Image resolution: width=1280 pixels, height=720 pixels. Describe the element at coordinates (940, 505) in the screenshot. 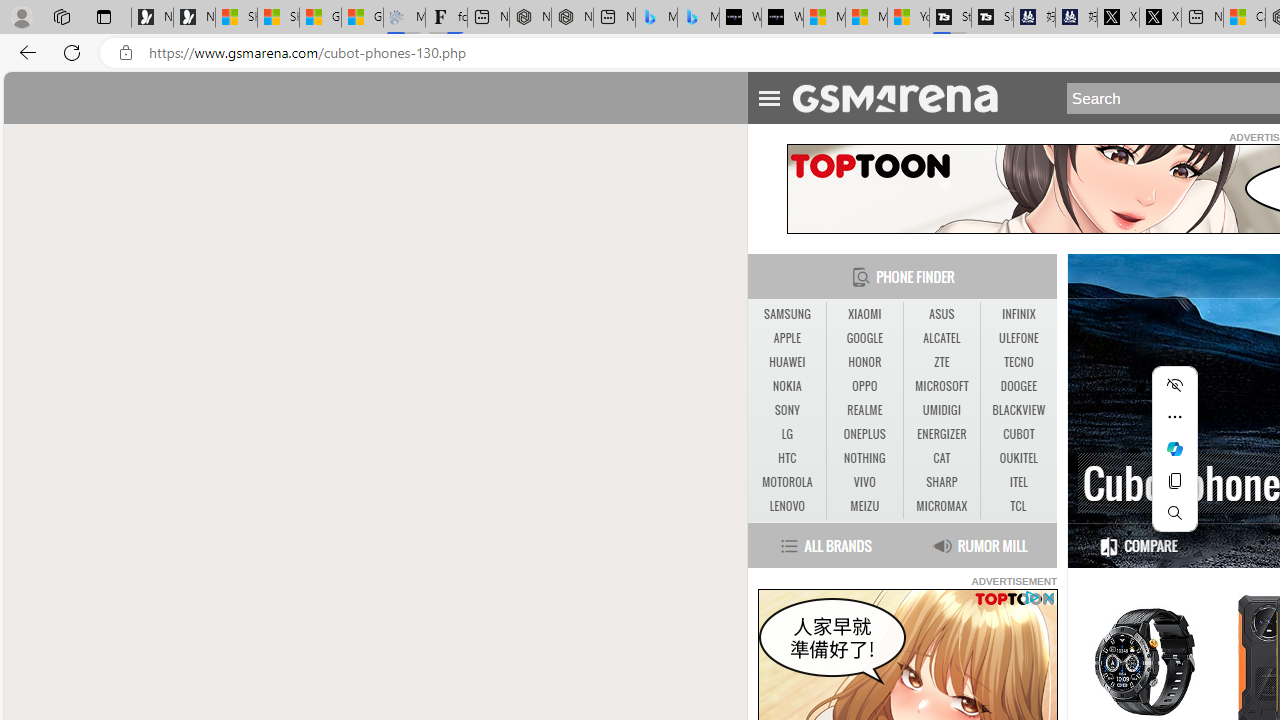

I see `'MICROMAX'` at that location.